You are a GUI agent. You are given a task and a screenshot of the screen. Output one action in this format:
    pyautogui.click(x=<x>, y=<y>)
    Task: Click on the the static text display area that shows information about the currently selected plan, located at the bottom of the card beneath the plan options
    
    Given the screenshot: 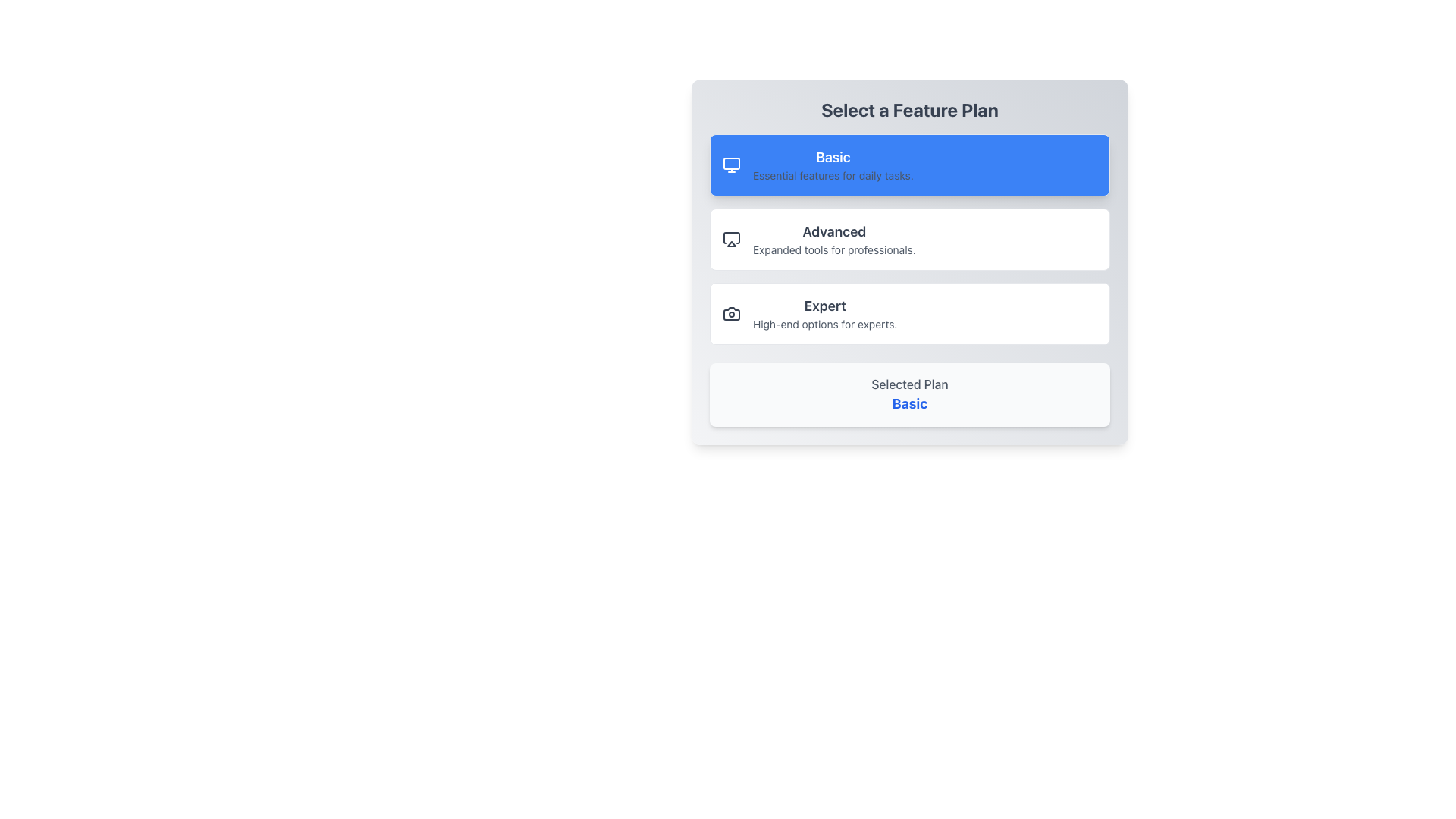 What is the action you would take?
    pyautogui.click(x=910, y=394)
    